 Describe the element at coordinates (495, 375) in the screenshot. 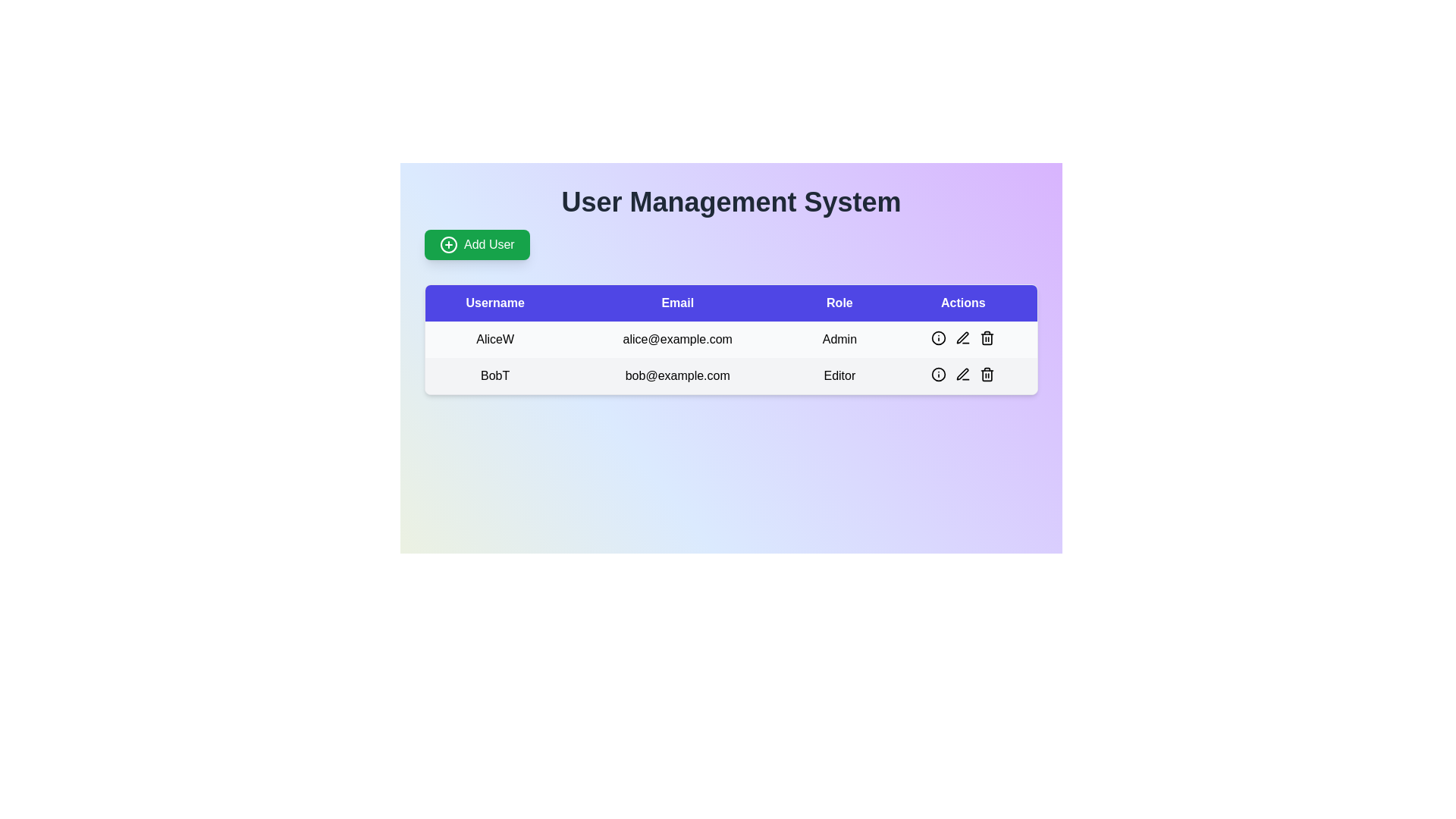

I see `the static text label identifying the user as 'BobT', located in the first cell of the second row under the 'Username' column` at that location.